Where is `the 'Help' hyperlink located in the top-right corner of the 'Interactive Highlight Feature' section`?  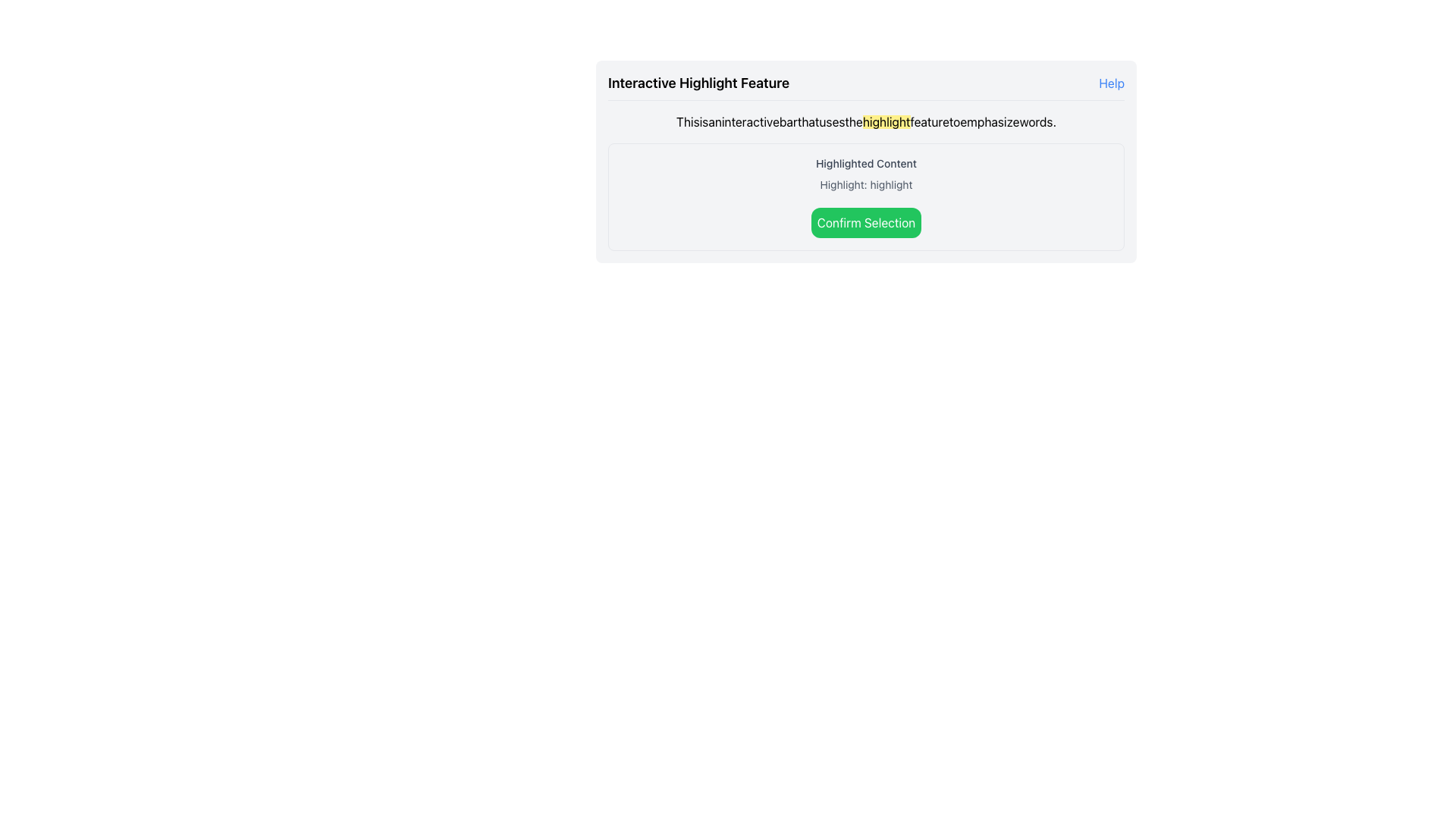
the 'Help' hyperlink located in the top-right corner of the 'Interactive Highlight Feature' section is located at coordinates (1111, 83).